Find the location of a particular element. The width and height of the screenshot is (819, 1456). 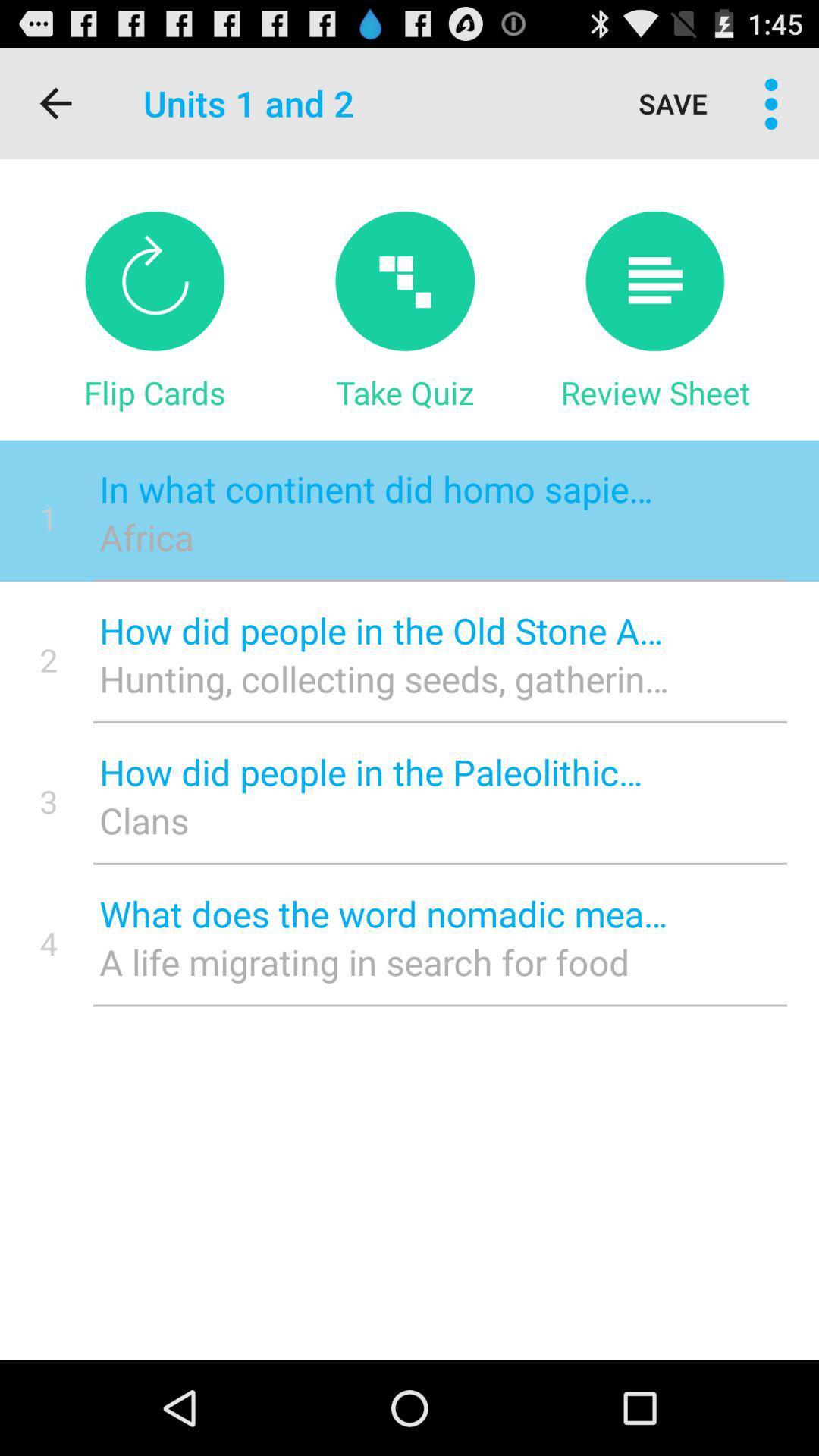

icon above review sheet is located at coordinates (654, 281).